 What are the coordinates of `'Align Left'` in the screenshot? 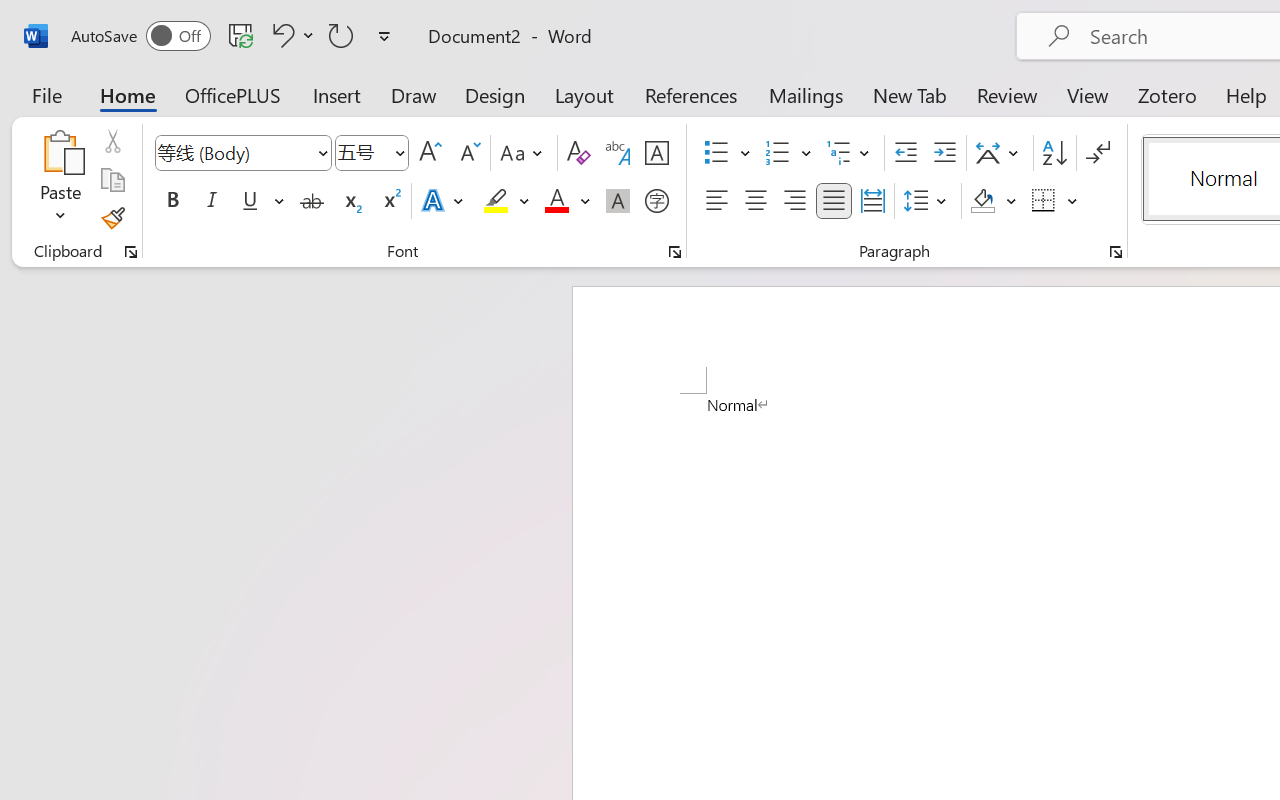 It's located at (716, 201).